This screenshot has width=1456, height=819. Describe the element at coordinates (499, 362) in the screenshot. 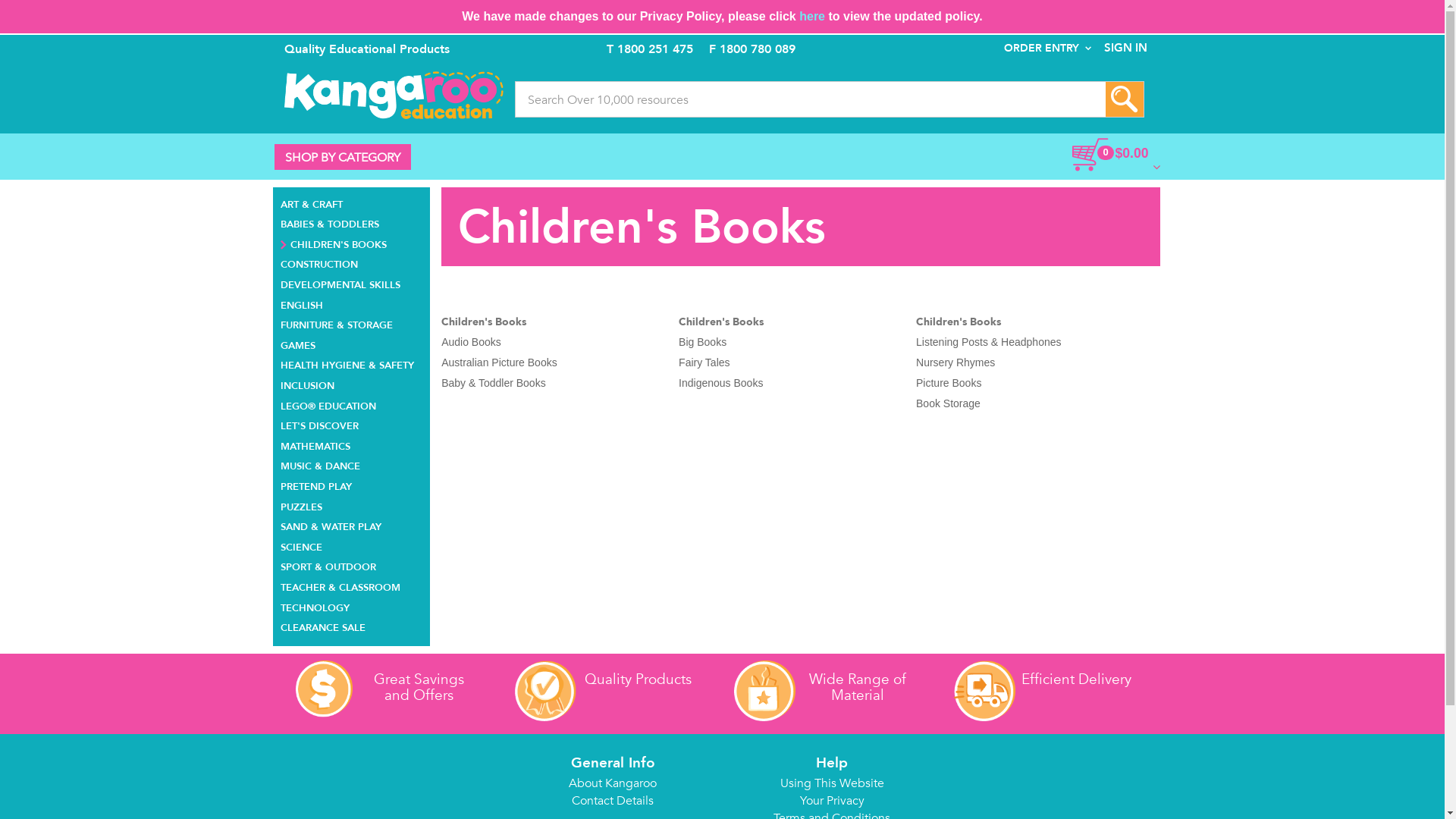

I see `'Australian Picture Books'` at that location.